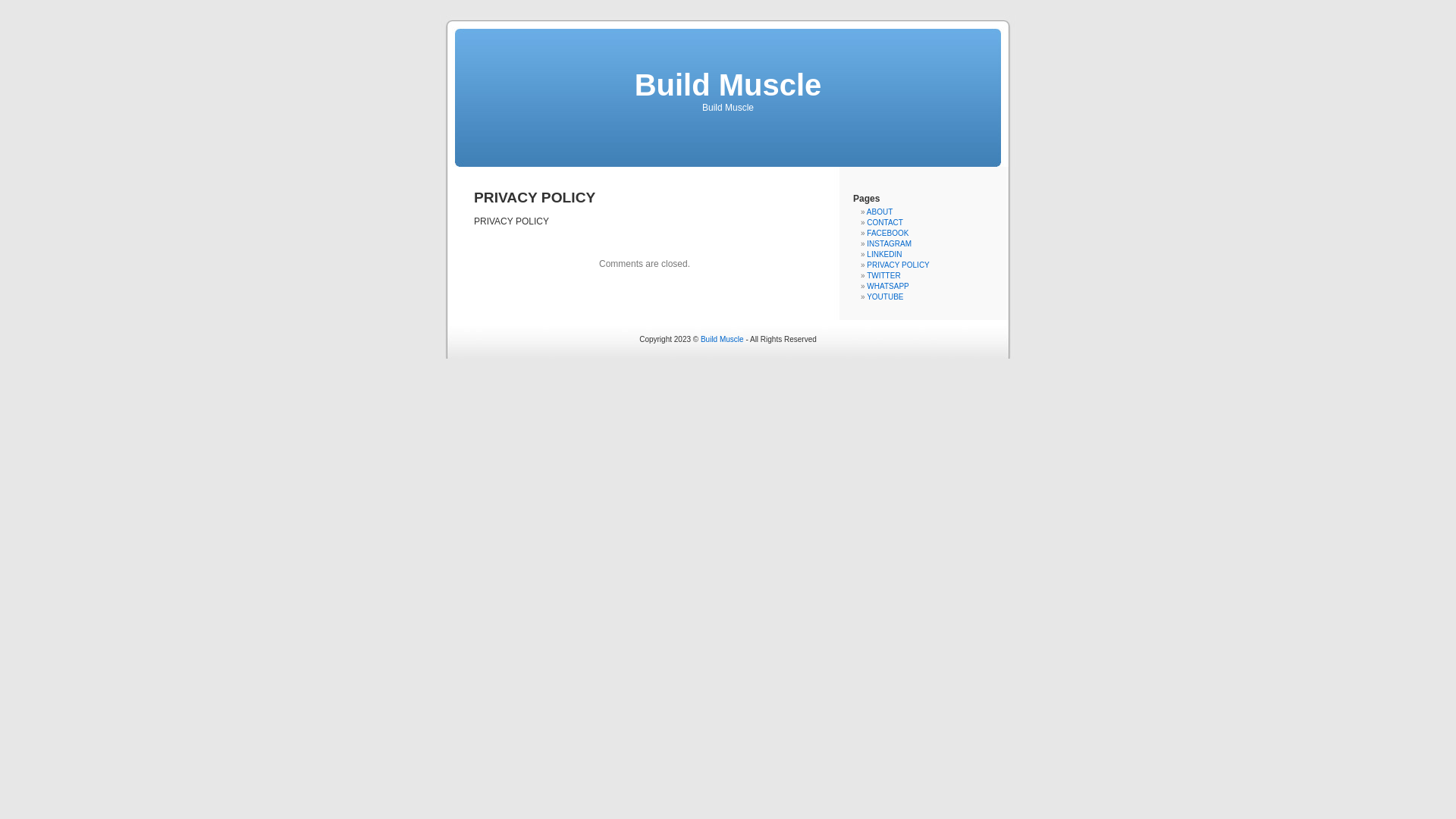  Describe the element at coordinates (866, 243) in the screenshot. I see `'INSTAGRAM'` at that location.